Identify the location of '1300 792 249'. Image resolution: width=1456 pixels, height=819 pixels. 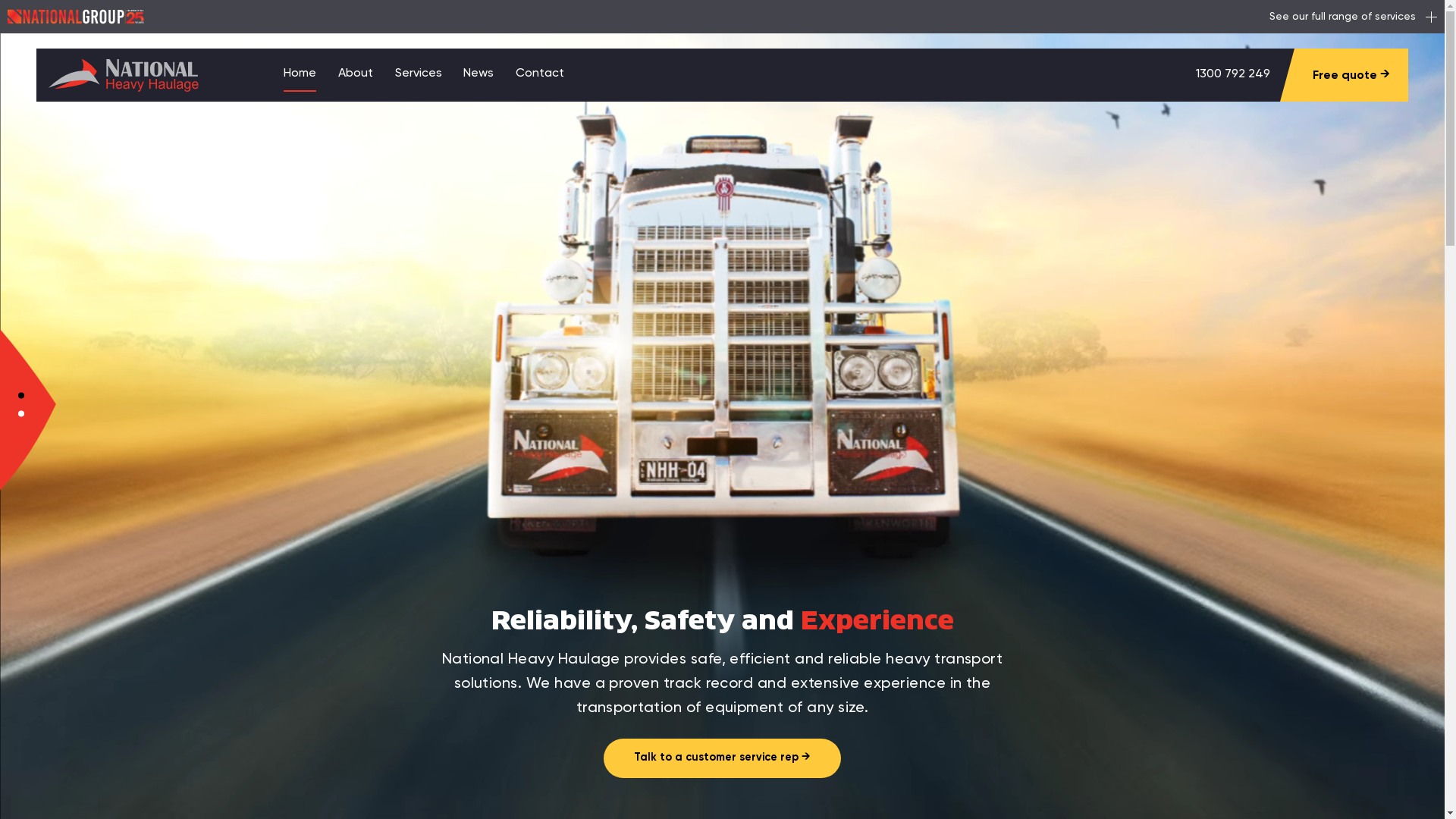
(1233, 74).